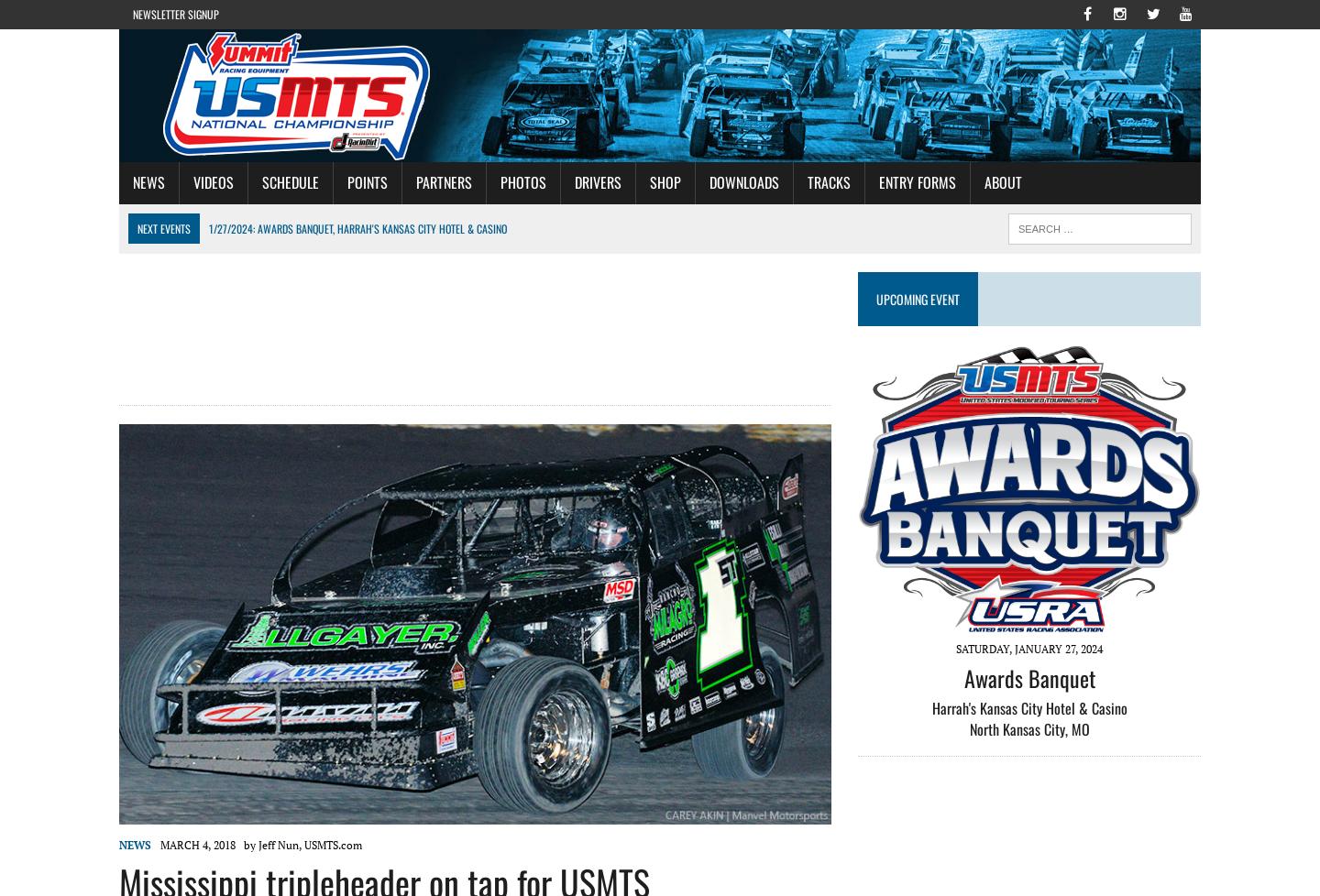 The height and width of the screenshot is (896, 1320). I want to click on 'News', so click(134, 844).